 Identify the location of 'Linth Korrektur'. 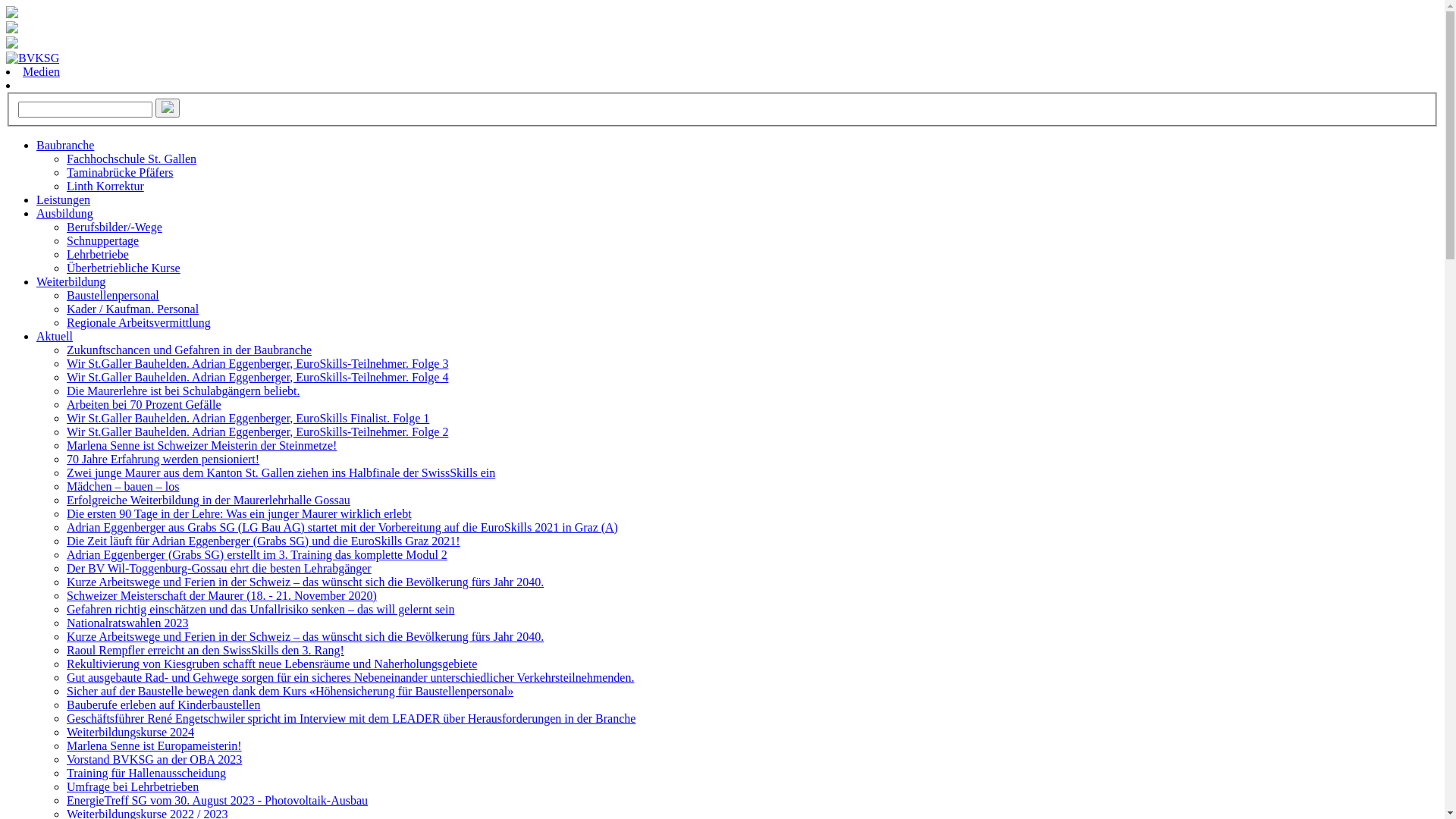
(105, 185).